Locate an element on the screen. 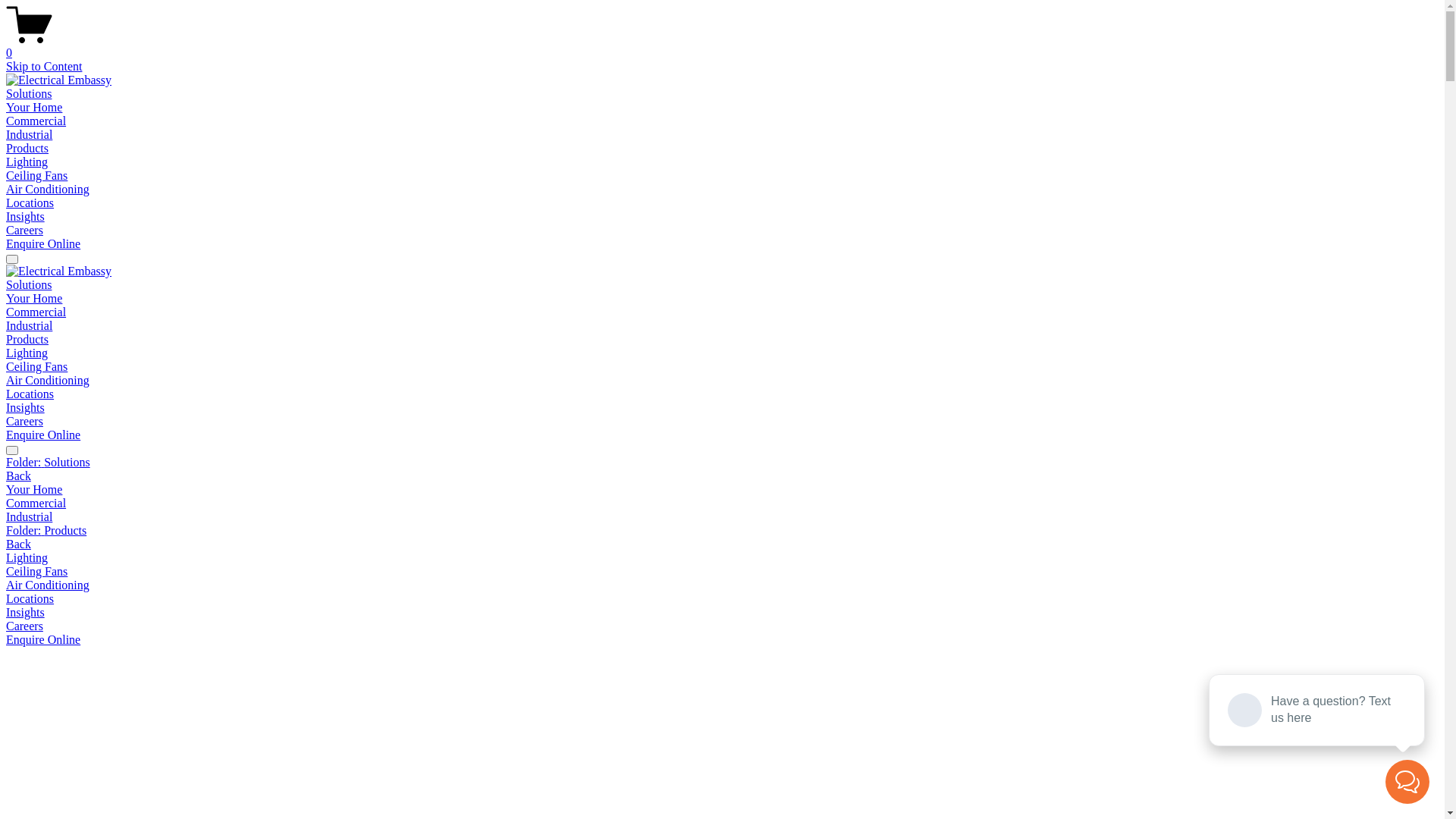  'Back' is located at coordinates (18, 475).